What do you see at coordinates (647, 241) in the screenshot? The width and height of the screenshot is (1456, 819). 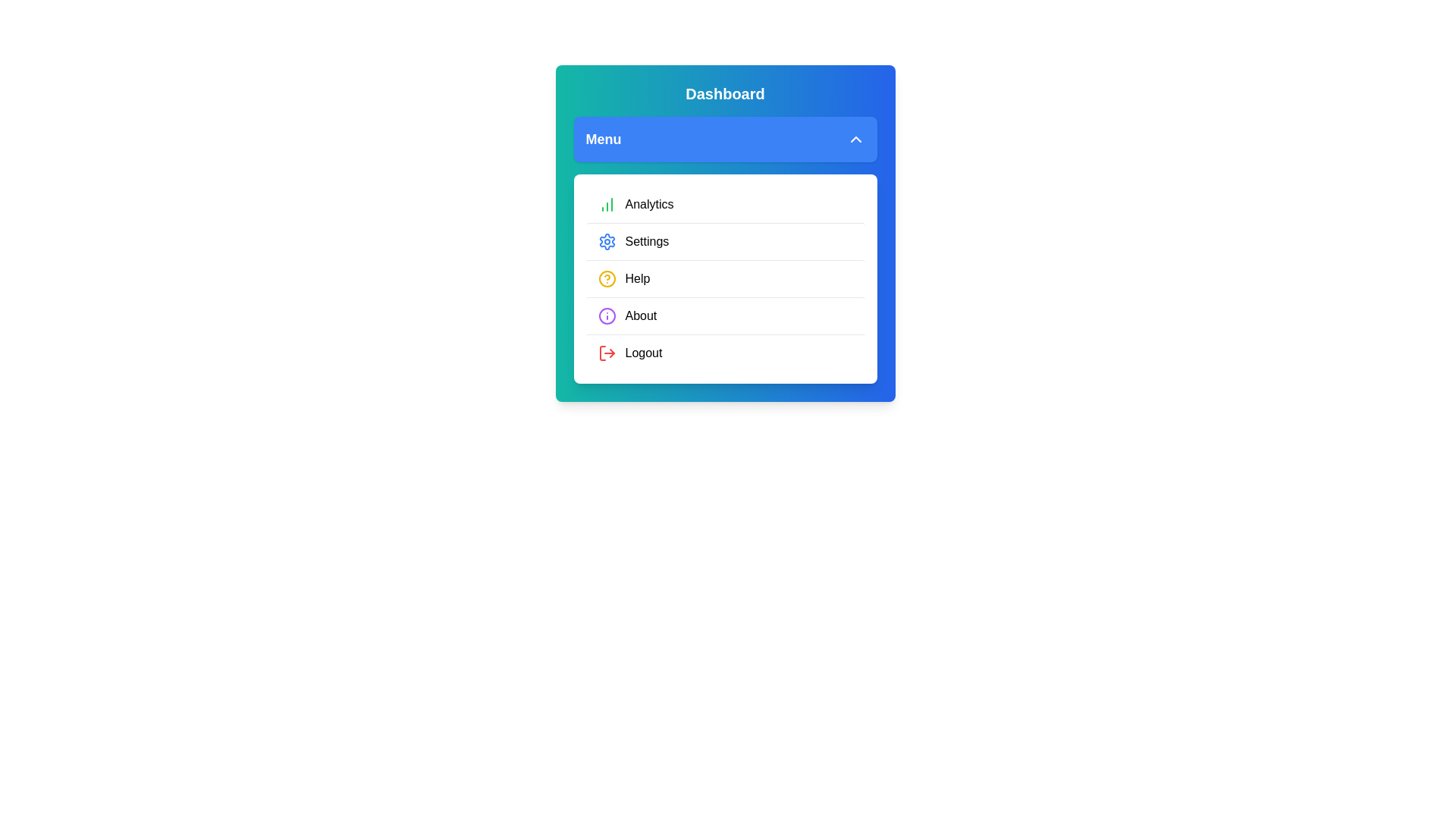 I see `the second item in the dropdown menu, which is a Text label for navigating to the settings page, positioned below the 'Analytics' option and above the 'Help' option` at bounding box center [647, 241].